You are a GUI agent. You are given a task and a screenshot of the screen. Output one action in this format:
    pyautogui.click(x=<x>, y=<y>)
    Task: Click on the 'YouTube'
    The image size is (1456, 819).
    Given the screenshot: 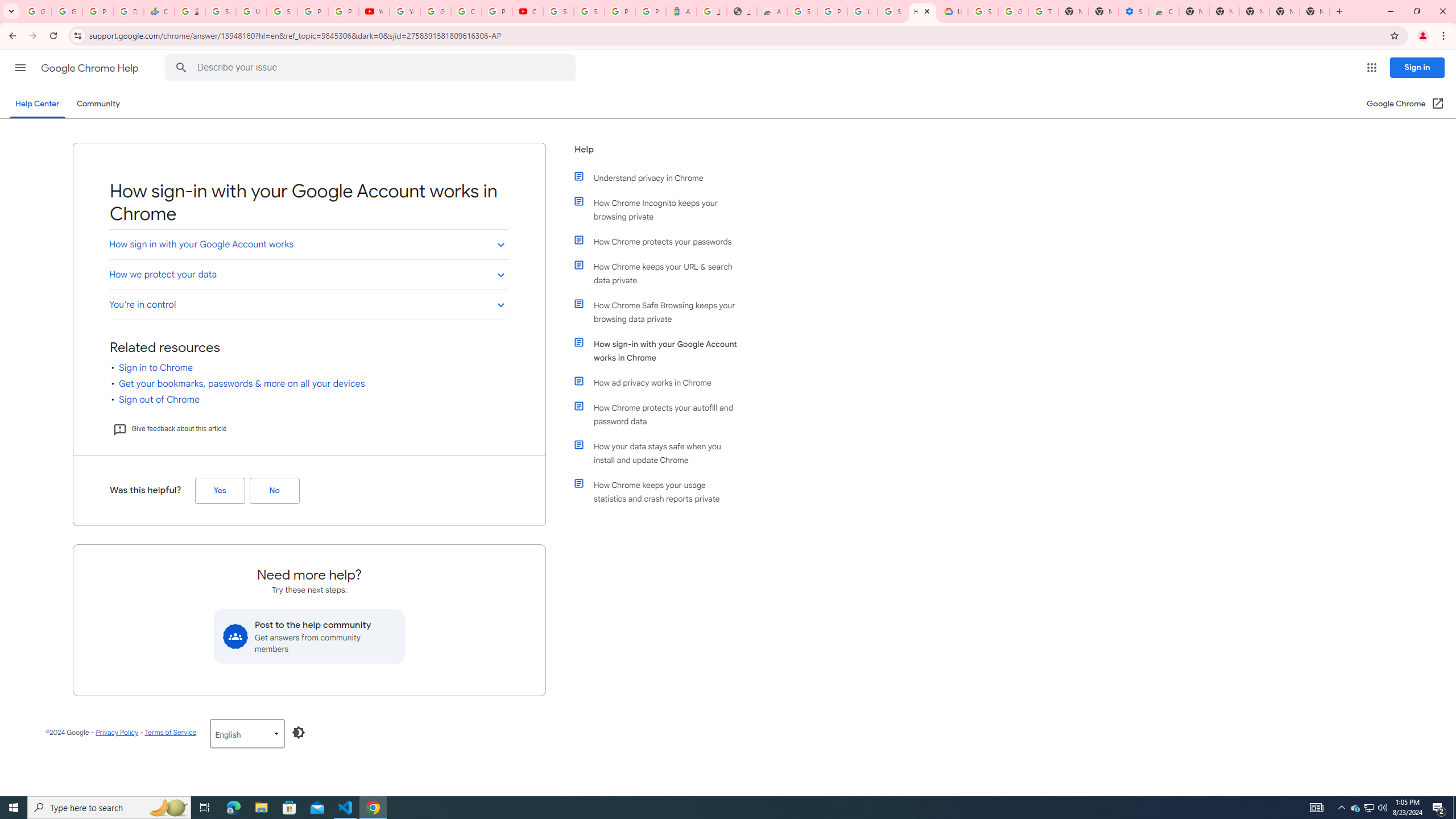 What is the action you would take?
    pyautogui.click(x=373, y=11)
    